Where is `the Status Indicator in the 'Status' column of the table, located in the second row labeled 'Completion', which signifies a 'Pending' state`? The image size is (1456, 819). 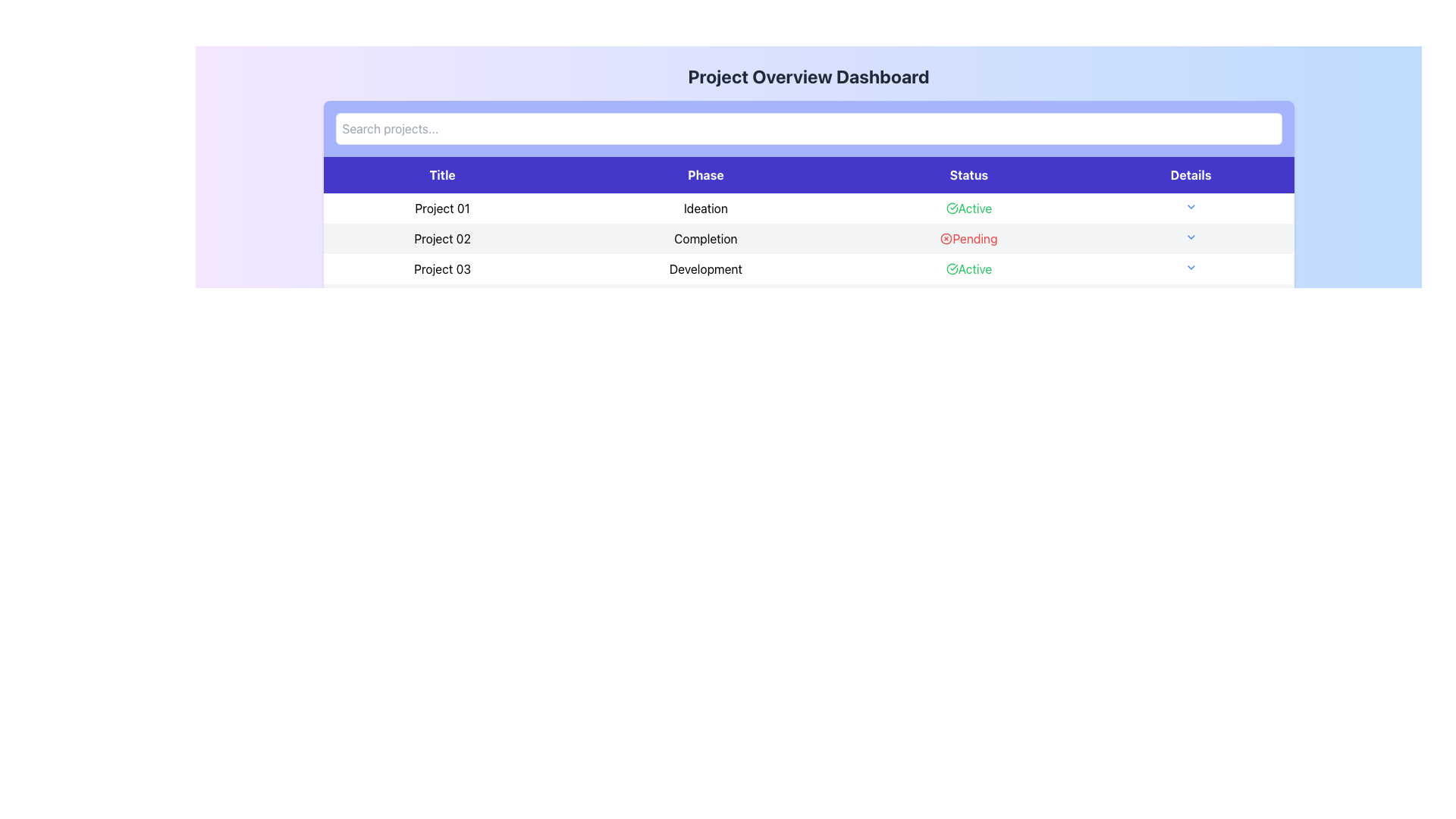
the Status Indicator in the 'Status' column of the table, located in the second row labeled 'Completion', which signifies a 'Pending' state is located at coordinates (968, 239).